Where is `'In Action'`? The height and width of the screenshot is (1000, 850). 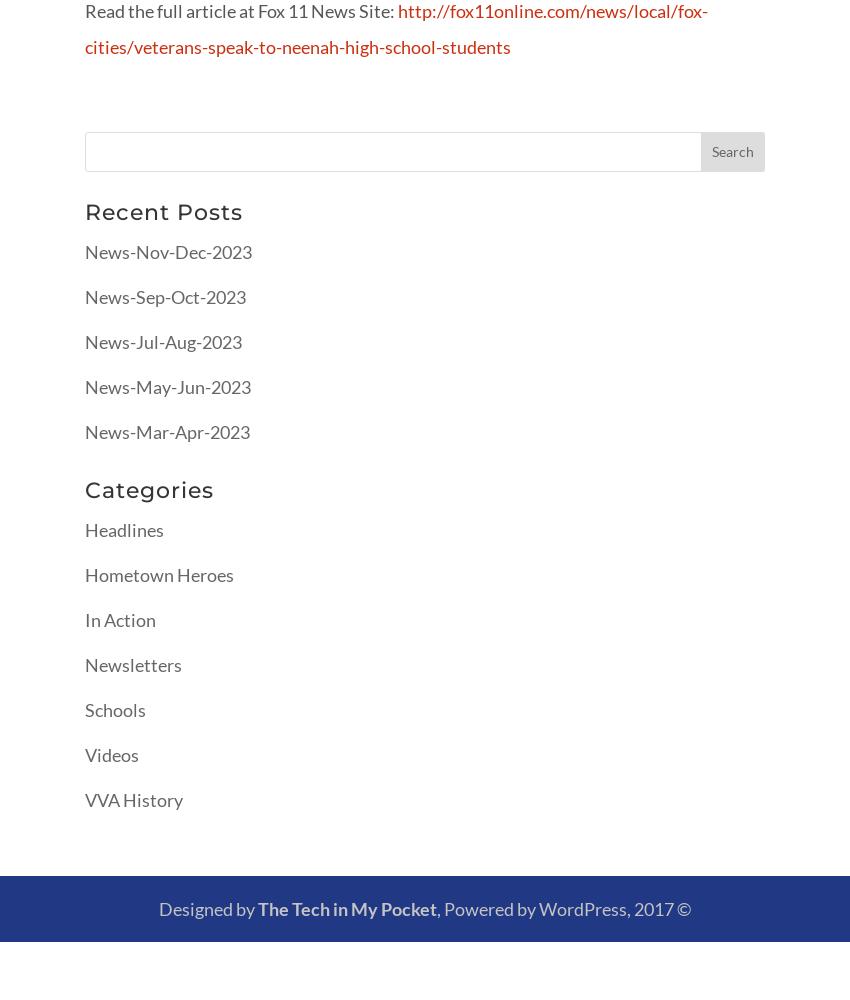 'In Action' is located at coordinates (85, 618).